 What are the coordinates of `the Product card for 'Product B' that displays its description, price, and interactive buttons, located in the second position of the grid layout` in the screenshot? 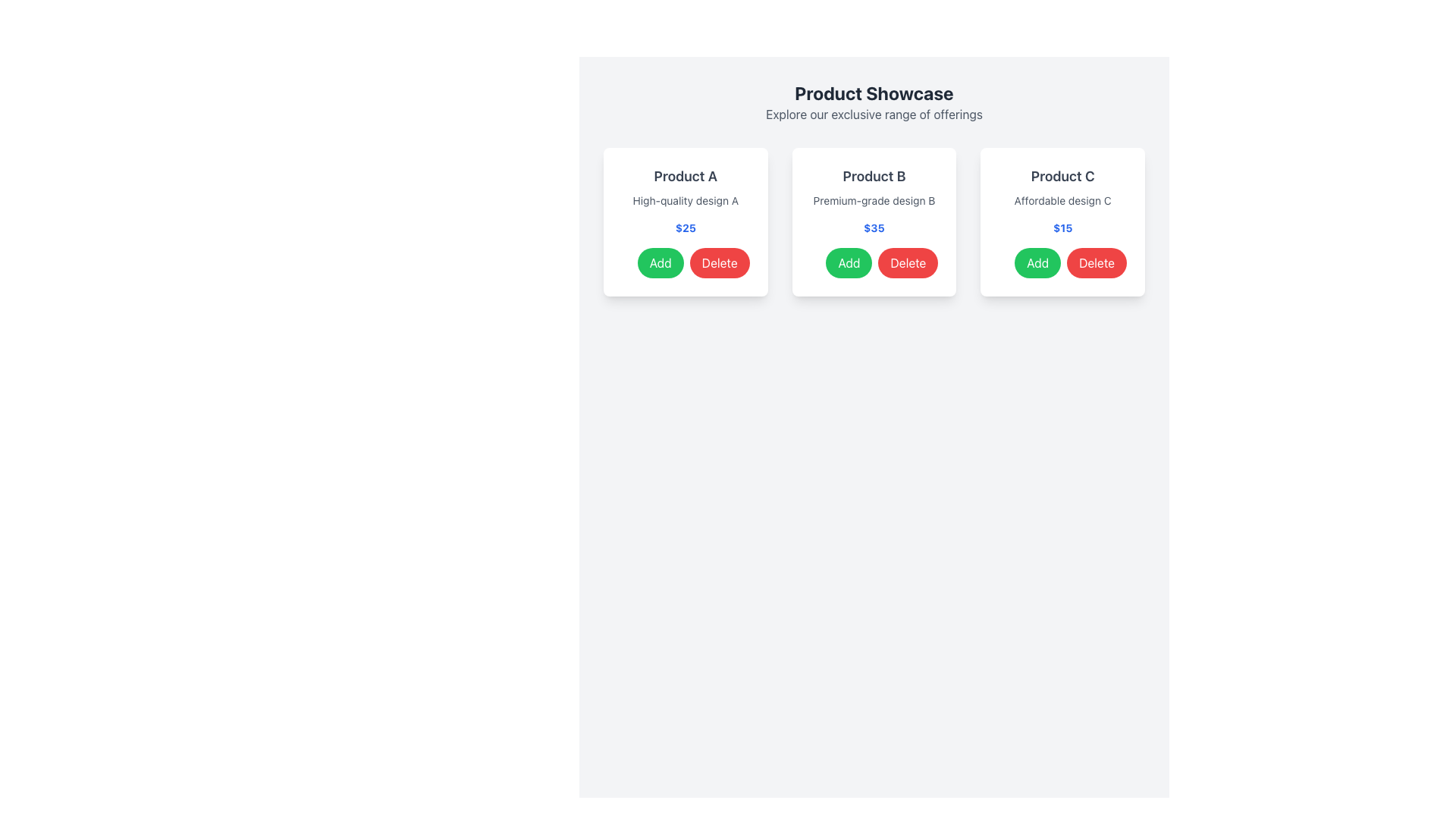 It's located at (874, 222).